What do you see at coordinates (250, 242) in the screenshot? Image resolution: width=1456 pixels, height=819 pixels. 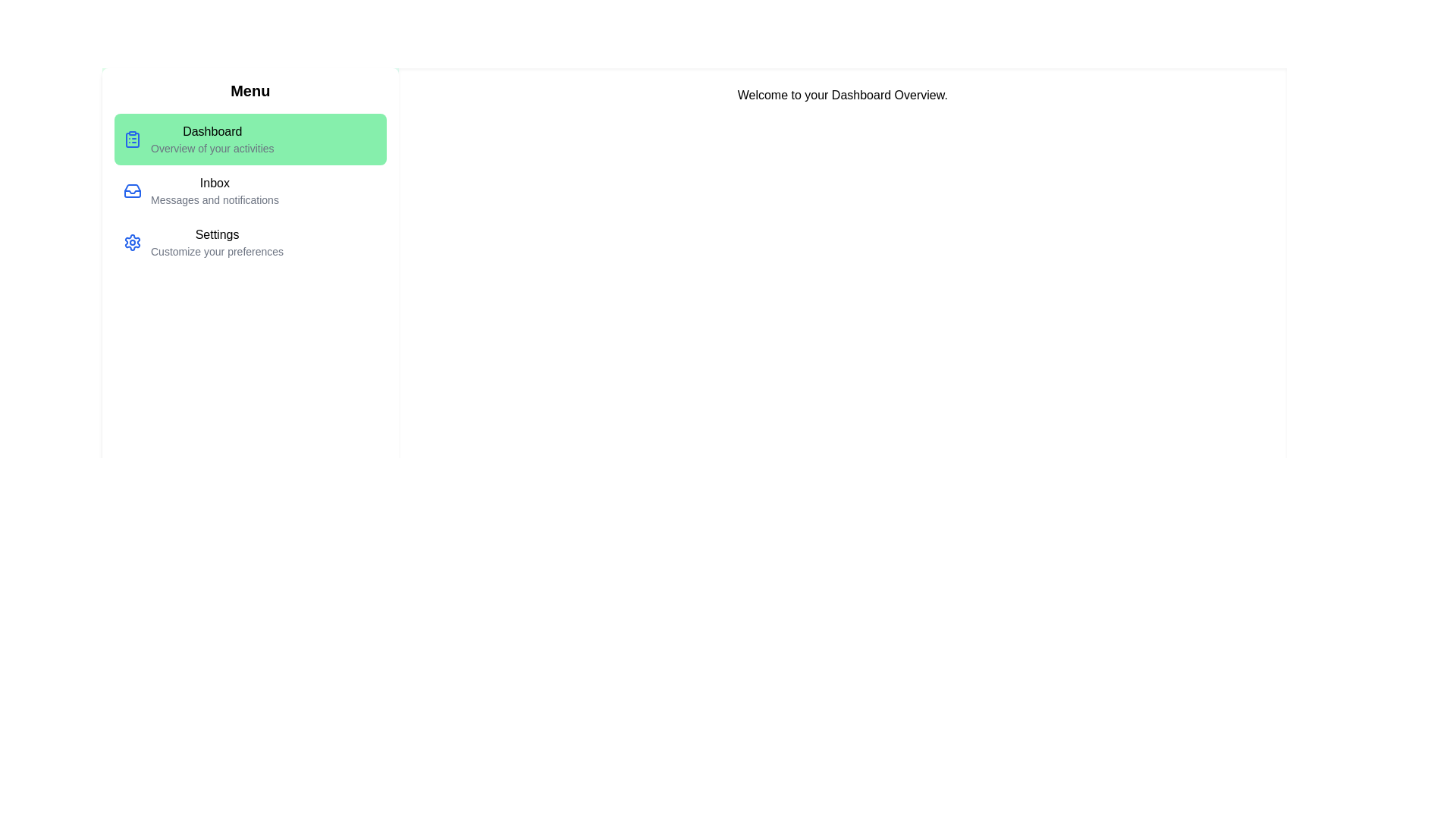 I see `the menu item Settings to navigate to the corresponding section` at bounding box center [250, 242].